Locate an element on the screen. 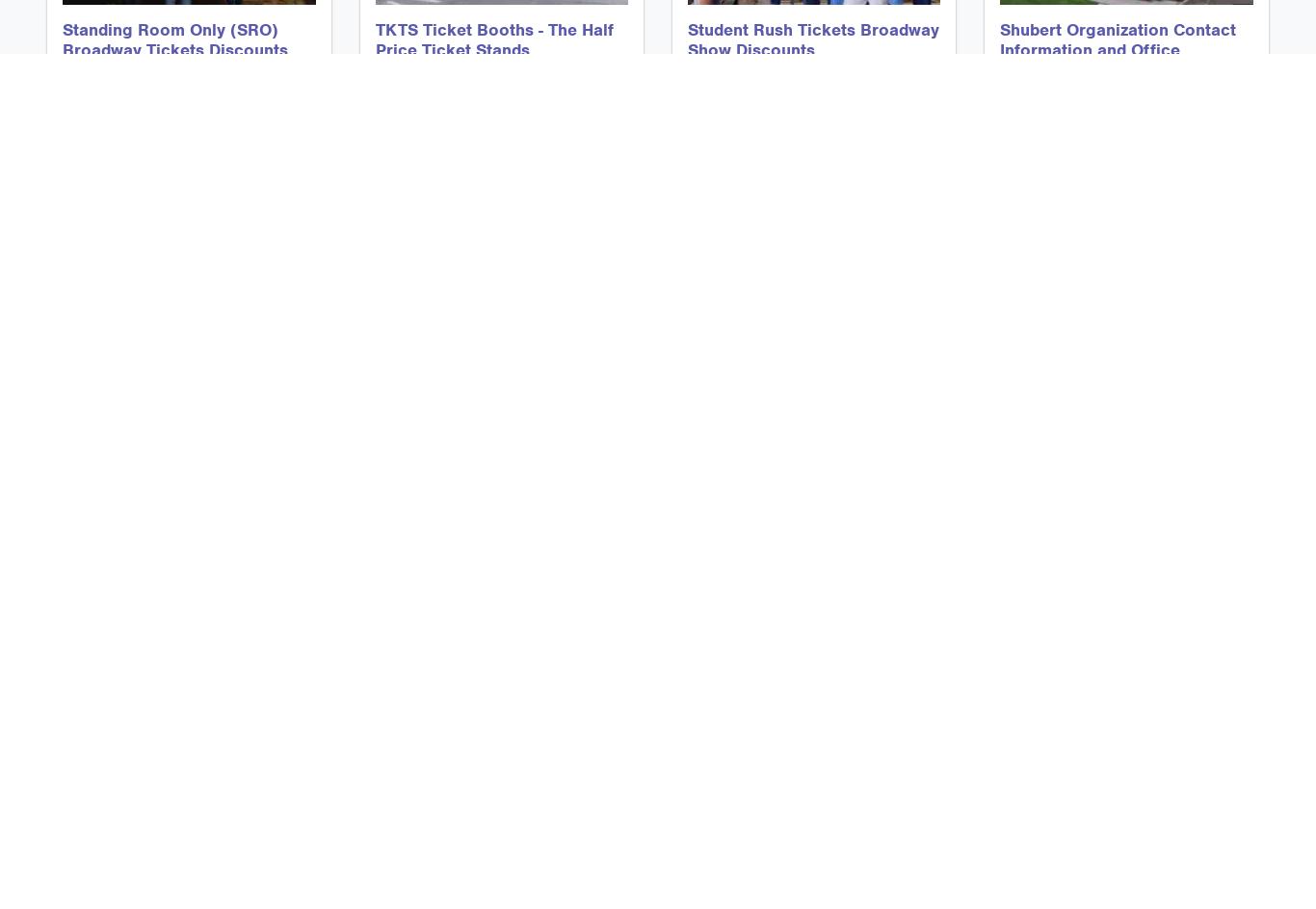 The height and width of the screenshot is (909, 1316). 'Standing Room Only and SRO Discount Tickets to Broadway Shows in New York City' is located at coordinates (187, 106).